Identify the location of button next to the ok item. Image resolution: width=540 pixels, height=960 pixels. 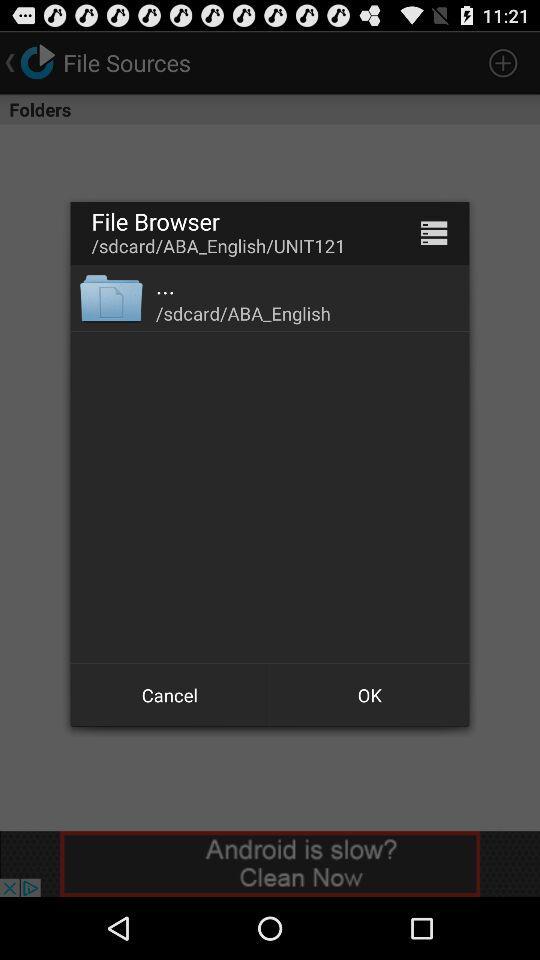
(170, 695).